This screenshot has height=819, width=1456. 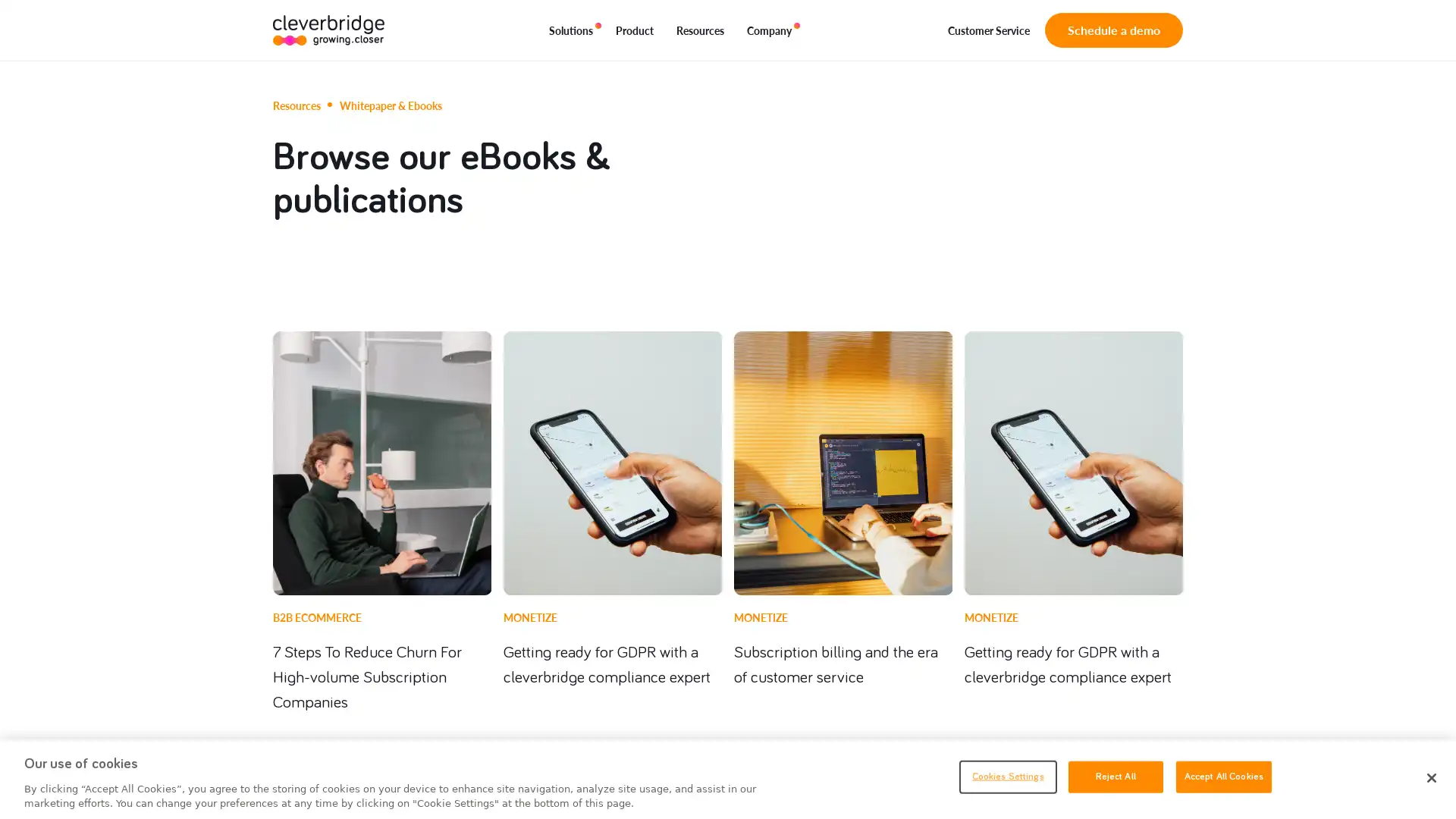 I want to click on Reject All, so click(x=1115, y=776).